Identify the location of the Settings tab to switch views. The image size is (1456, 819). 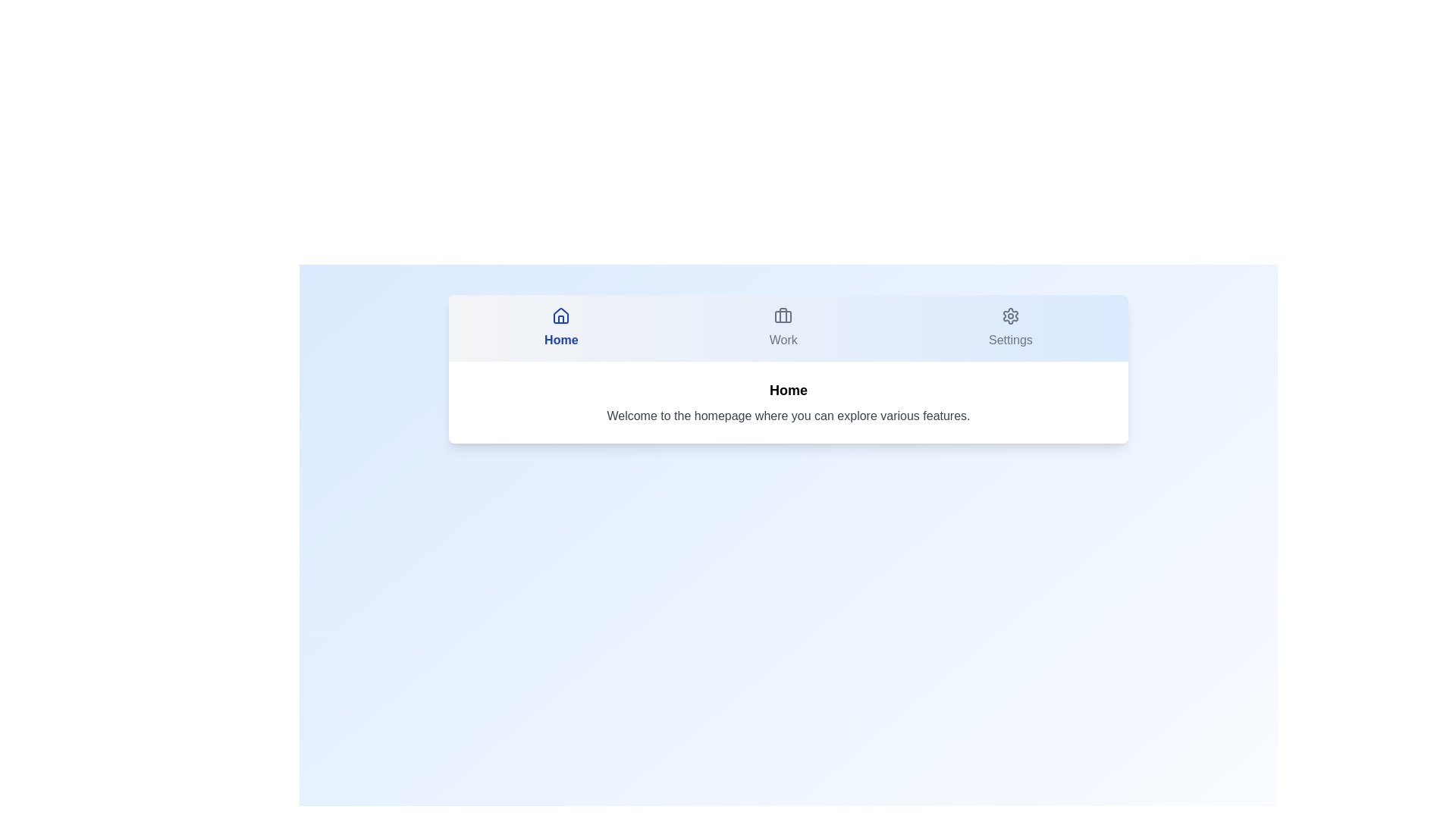
(1011, 327).